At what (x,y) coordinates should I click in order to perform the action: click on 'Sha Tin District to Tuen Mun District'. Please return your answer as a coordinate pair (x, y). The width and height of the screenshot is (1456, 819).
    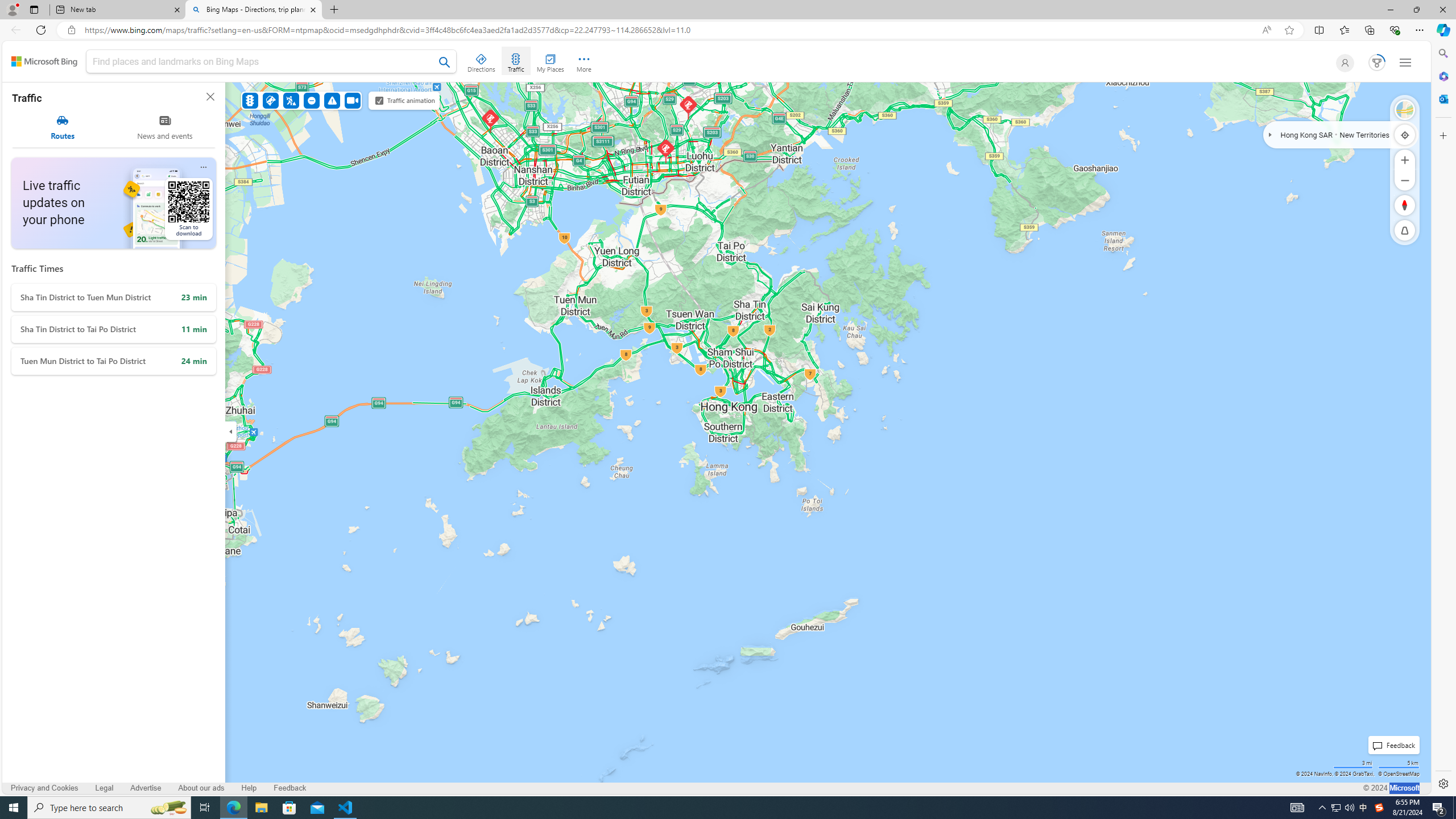
    Looking at the image, I should click on (113, 297).